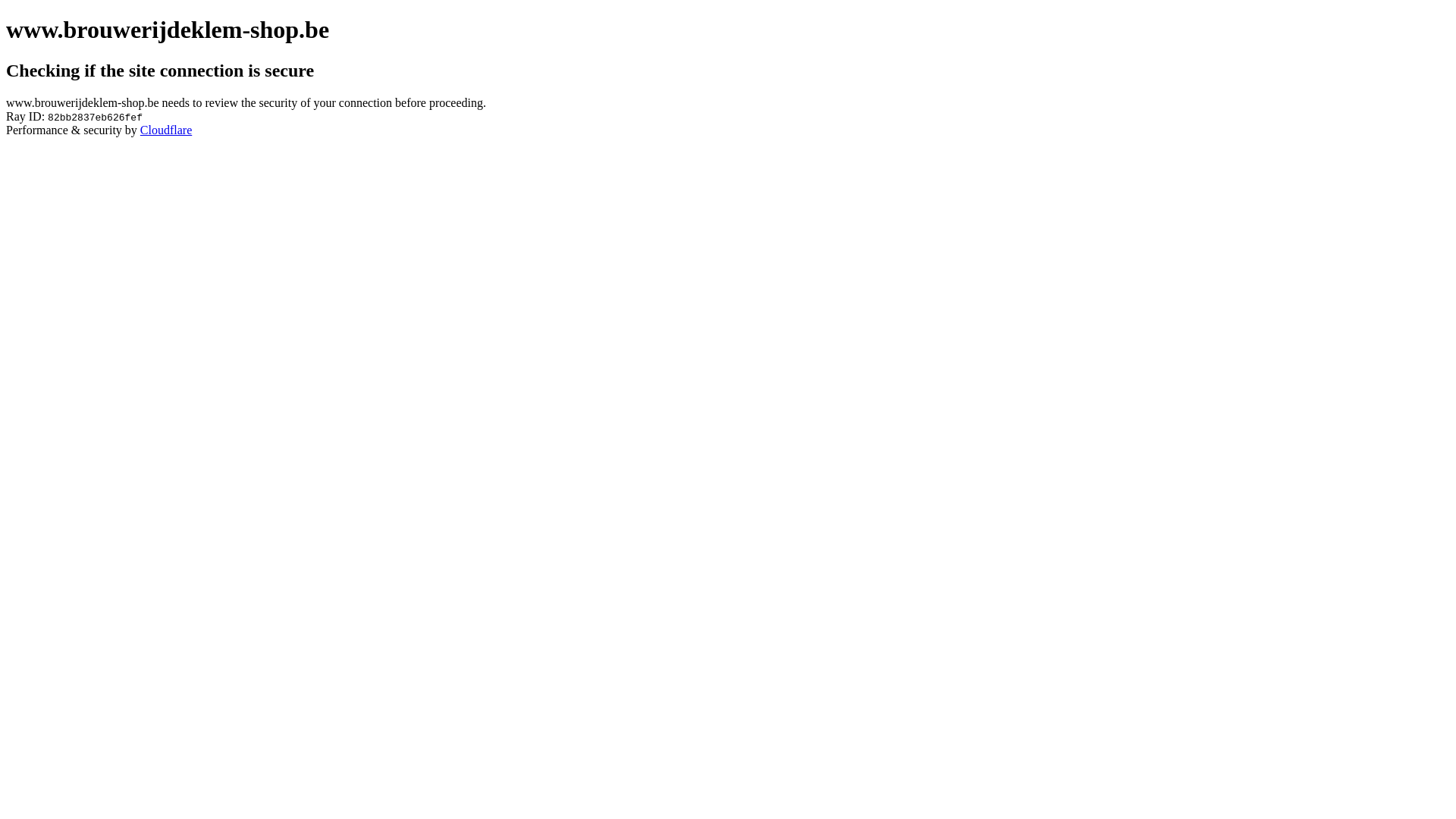 This screenshot has width=1456, height=819. Describe the element at coordinates (166, 129) in the screenshot. I see `'Cloudflare'` at that location.